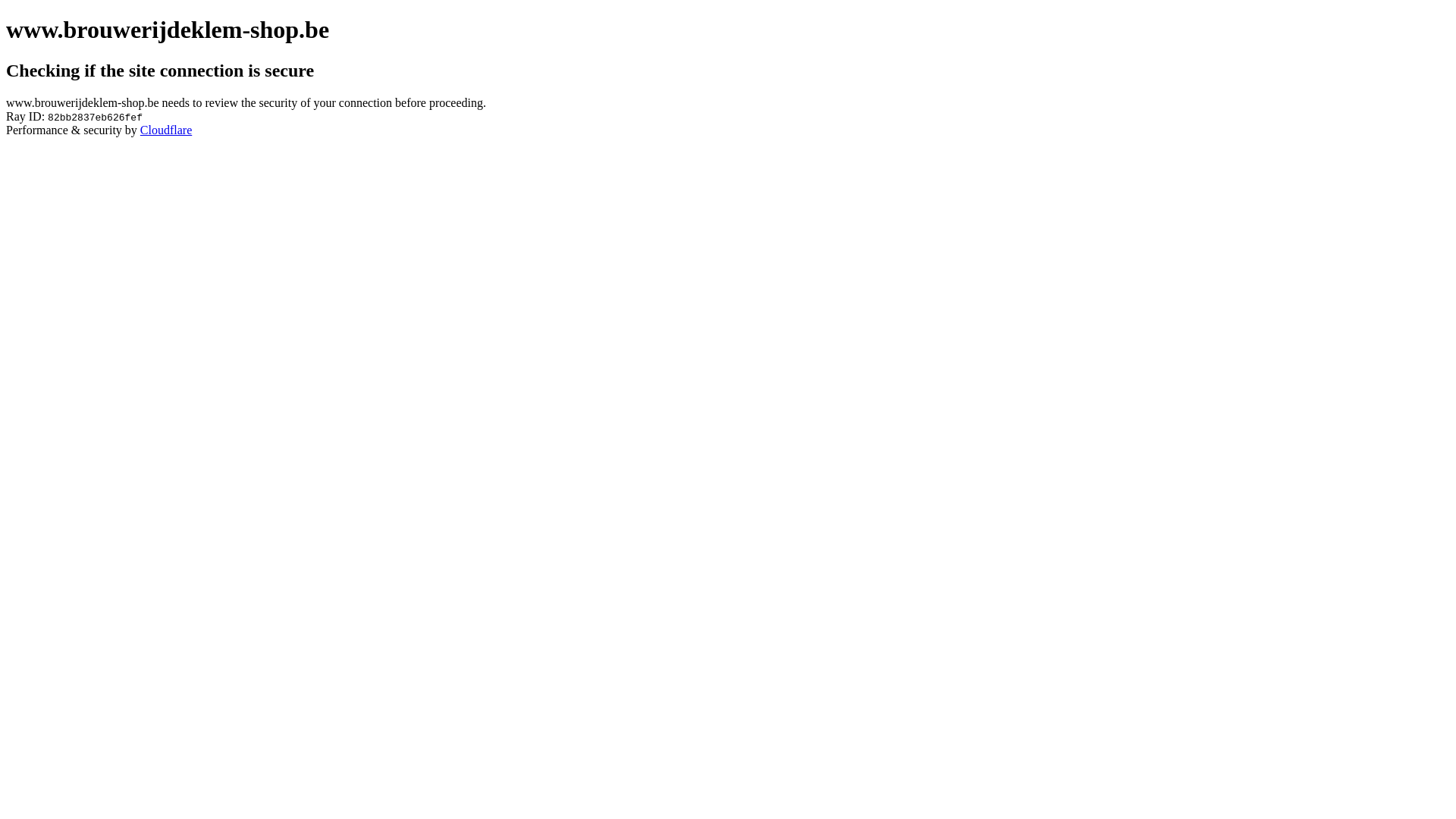 This screenshot has width=1456, height=819. Describe the element at coordinates (166, 129) in the screenshot. I see `'Cloudflare'` at that location.